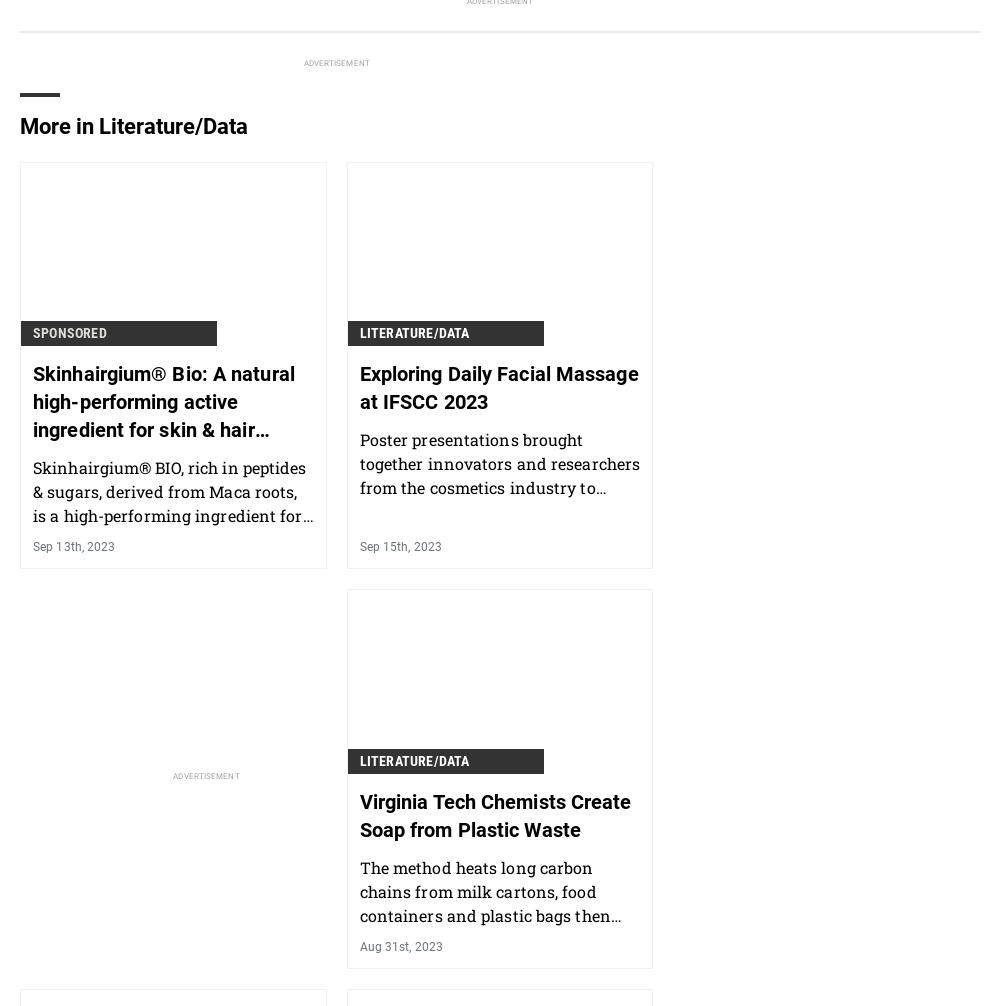 The image size is (1000, 1006). What do you see at coordinates (33, 546) in the screenshot?
I see `'Sep 13th, 2023'` at bounding box center [33, 546].